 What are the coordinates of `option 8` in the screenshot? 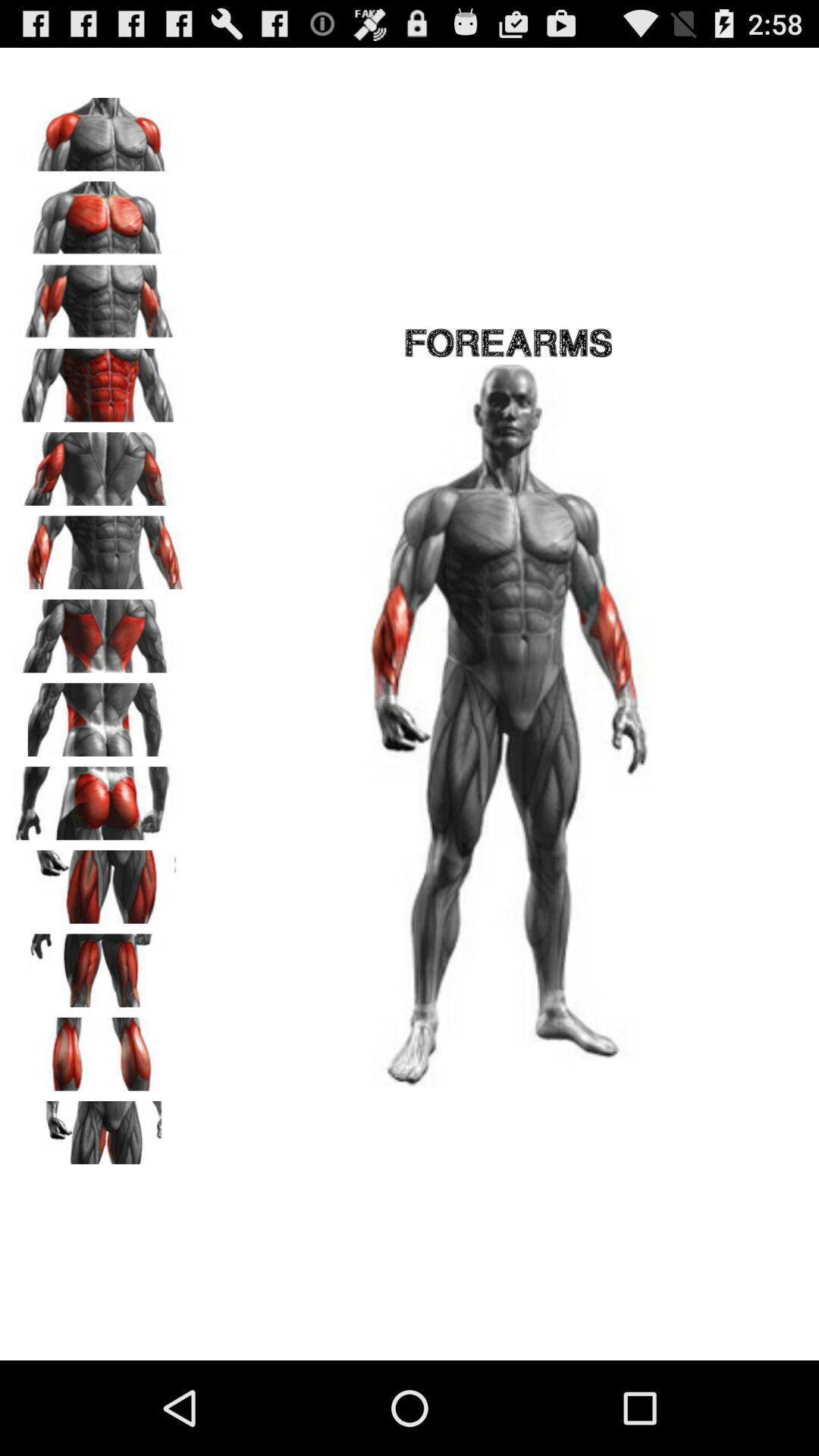 It's located at (99, 714).